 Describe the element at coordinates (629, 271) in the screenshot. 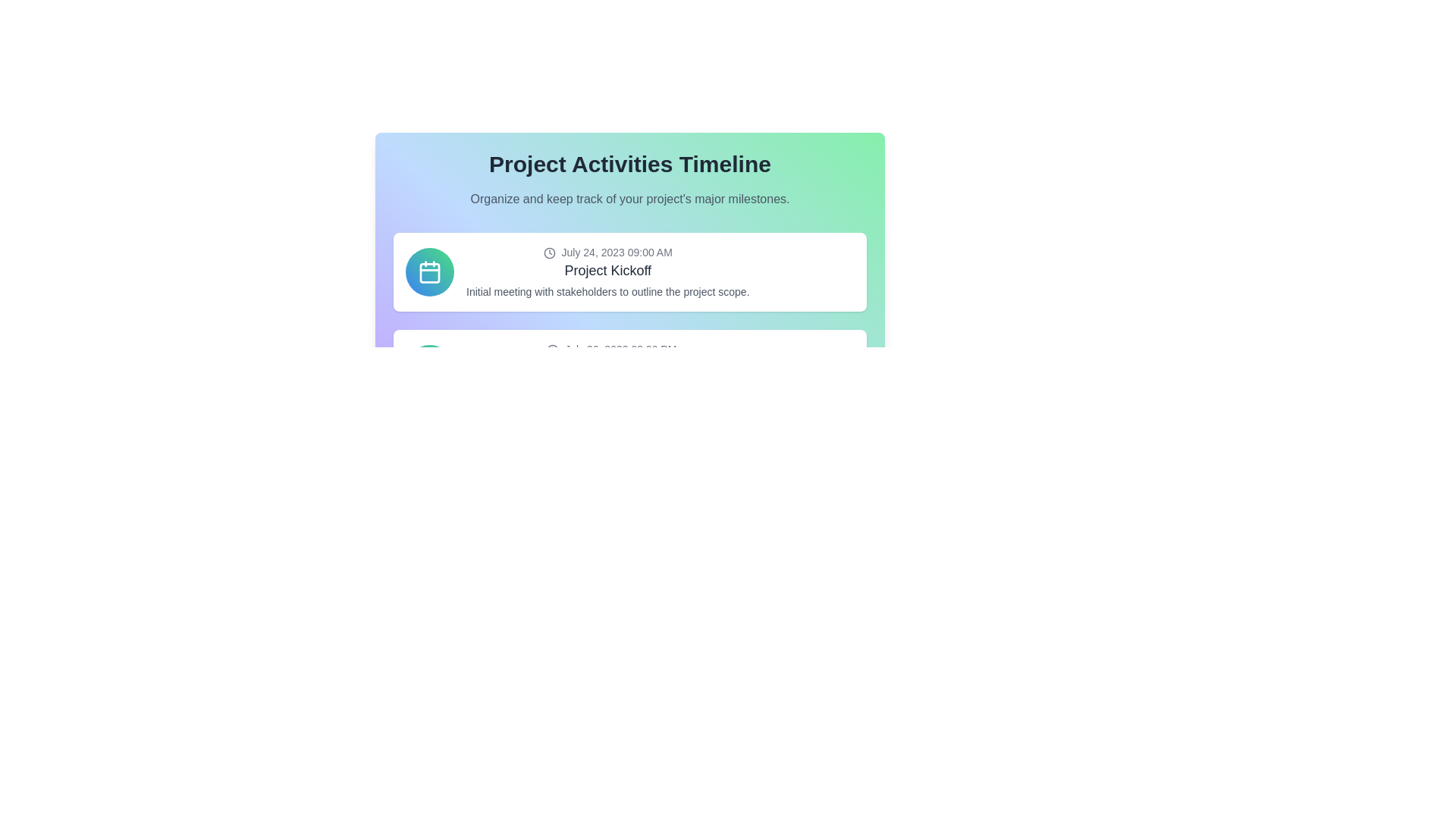

I see `the first card in the Project Activities Timeline` at that location.